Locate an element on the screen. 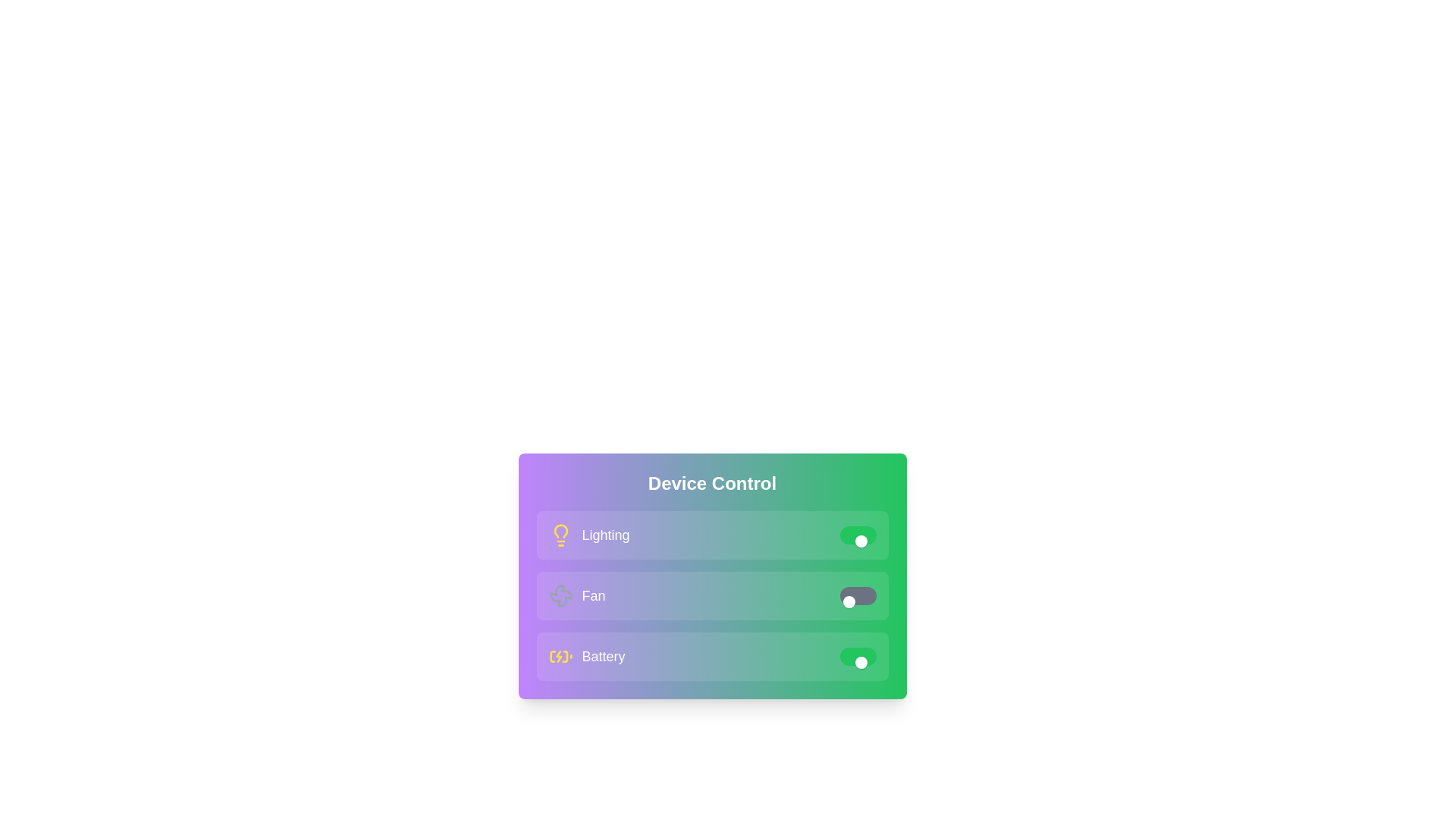 The image size is (1456, 819). the icon representing Battery is located at coordinates (560, 656).